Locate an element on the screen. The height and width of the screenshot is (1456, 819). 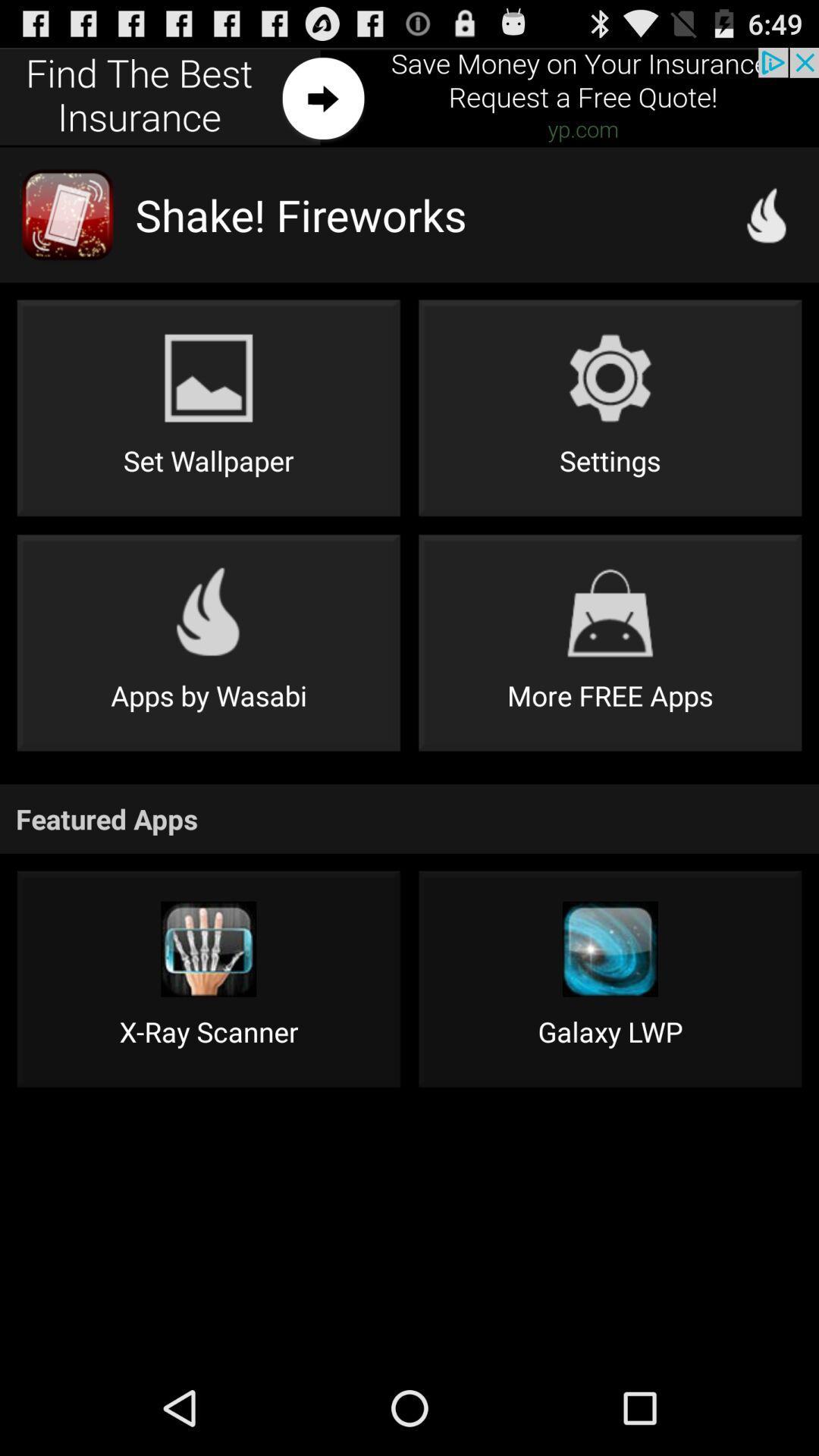
slide is located at coordinates (409, 96).